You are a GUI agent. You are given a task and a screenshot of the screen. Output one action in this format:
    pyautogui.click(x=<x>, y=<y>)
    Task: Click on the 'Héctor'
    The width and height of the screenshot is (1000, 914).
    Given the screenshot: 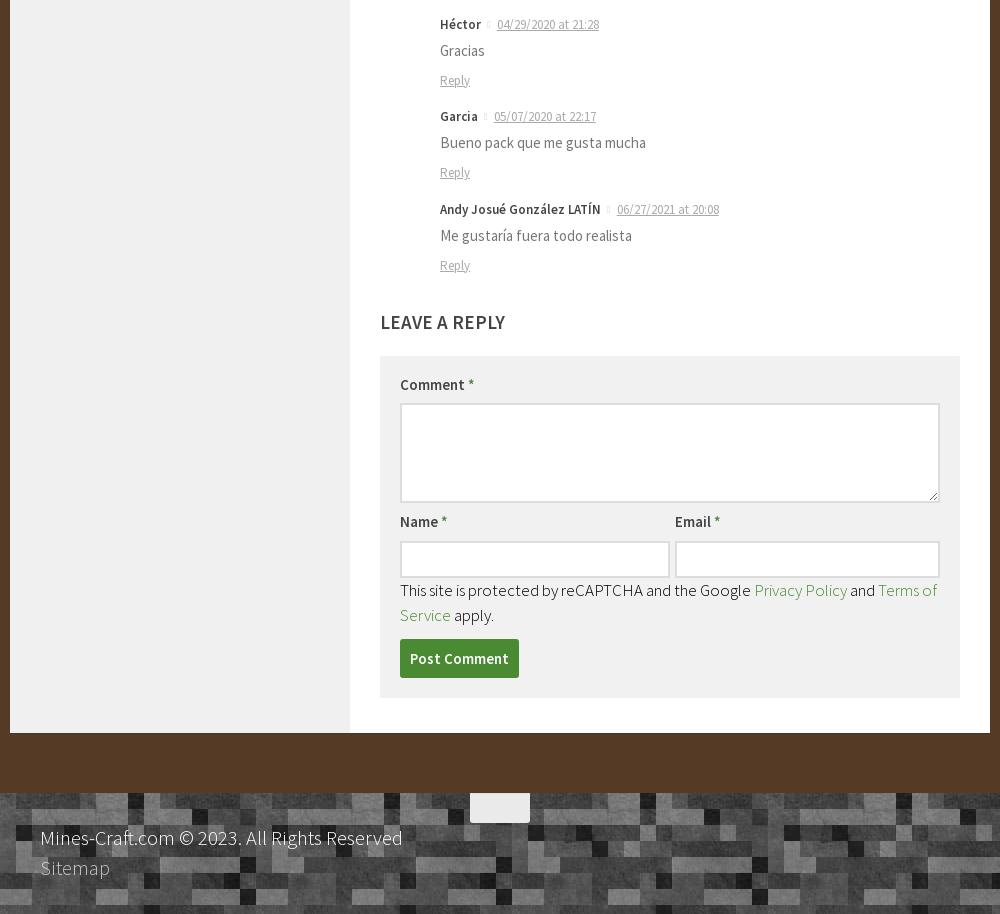 What is the action you would take?
    pyautogui.click(x=439, y=23)
    